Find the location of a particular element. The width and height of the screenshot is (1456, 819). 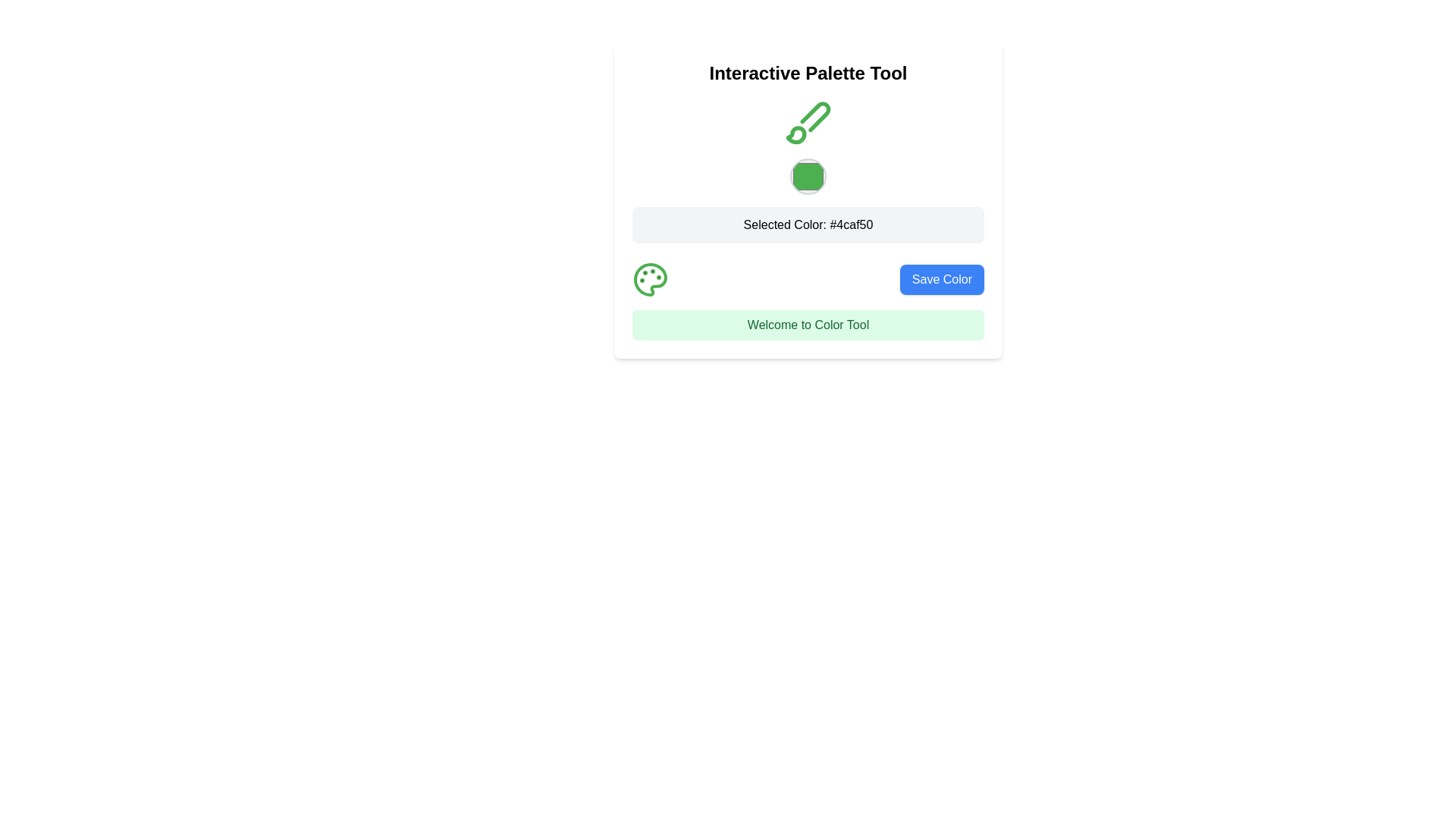

the save button located on the right side of the horizontal group in the bottom portion of the interface is located at coordinates (941, 280).